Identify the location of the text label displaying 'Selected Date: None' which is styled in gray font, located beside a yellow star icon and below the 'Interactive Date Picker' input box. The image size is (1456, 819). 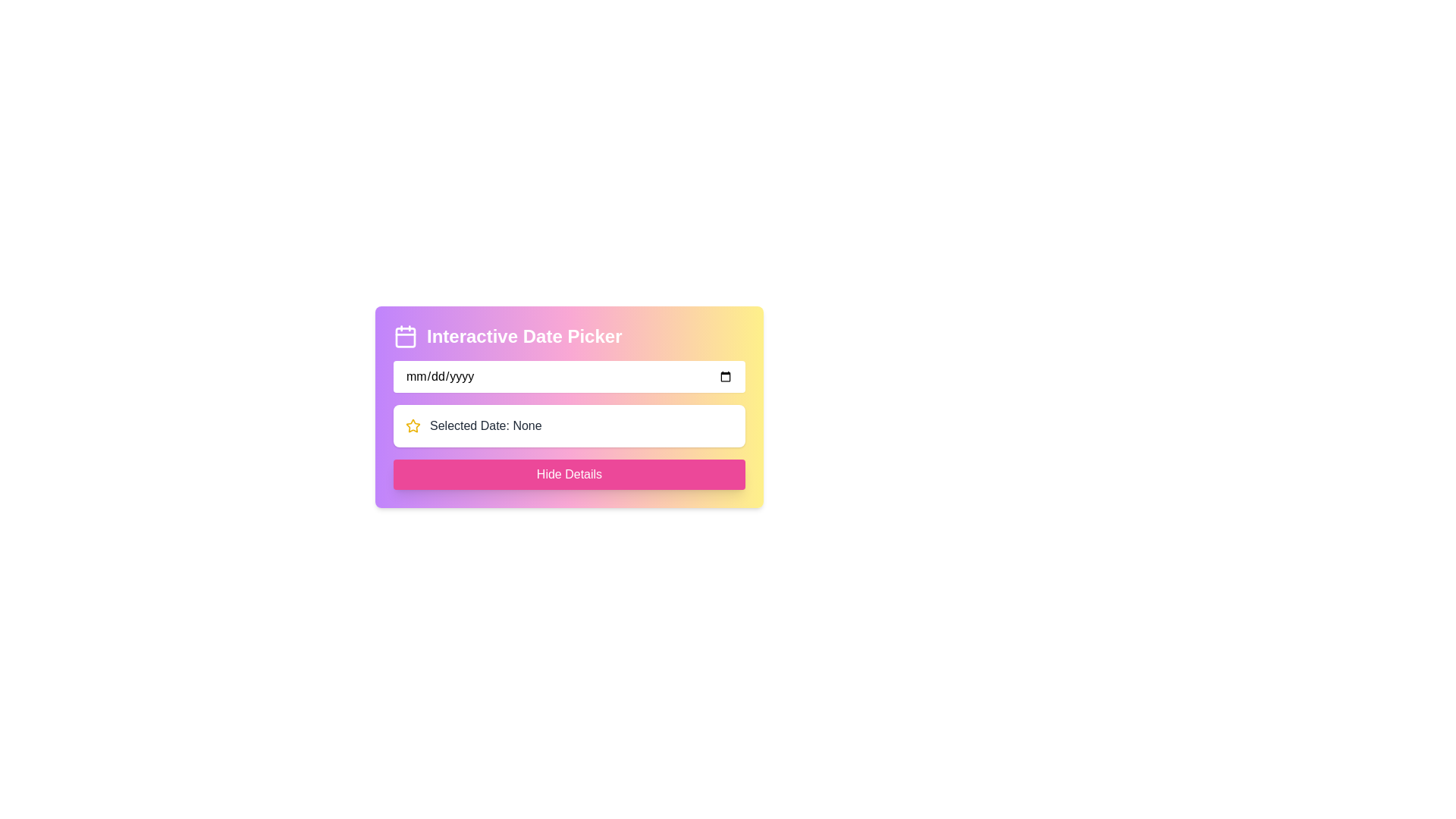
(485, 426).